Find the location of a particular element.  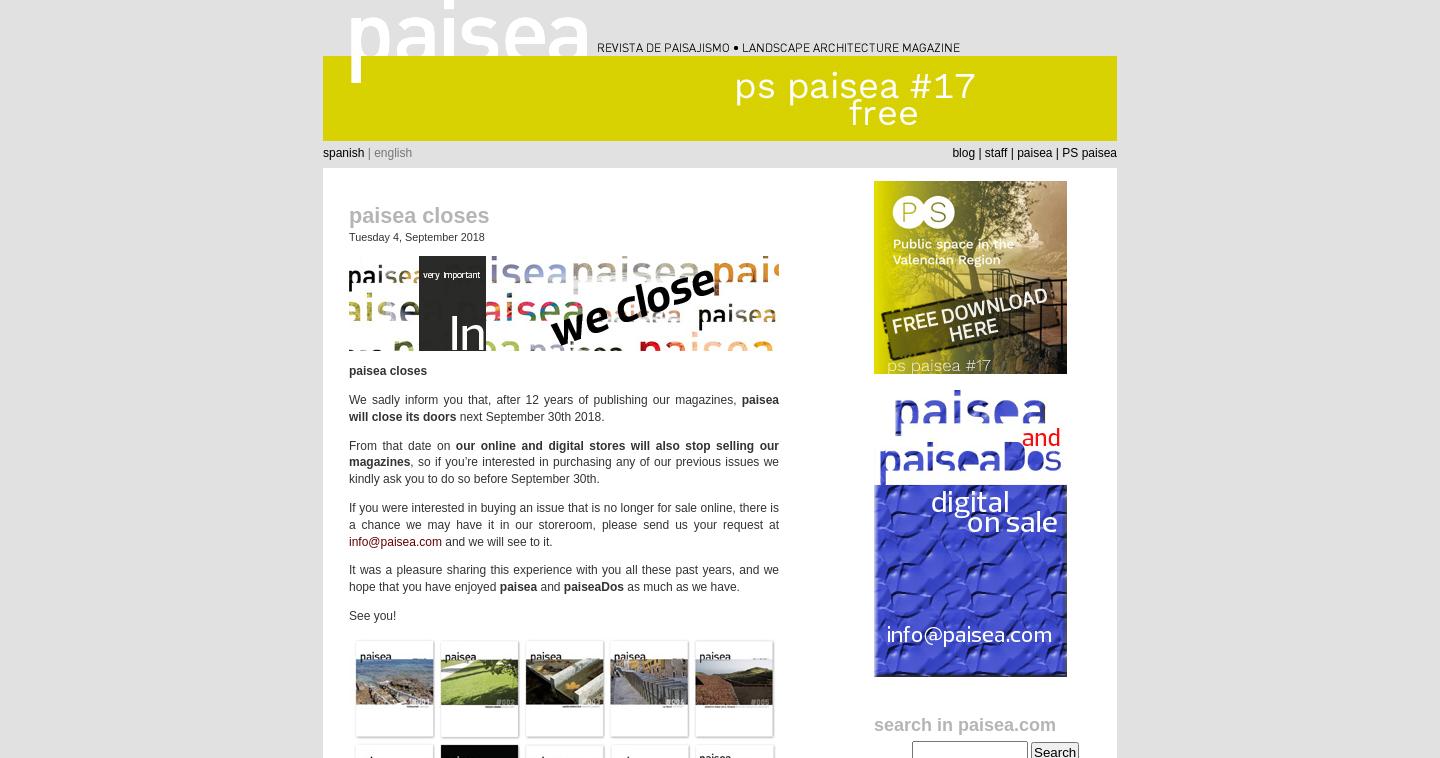

'paisea will close its doors' is located at coordinates (564, 406).